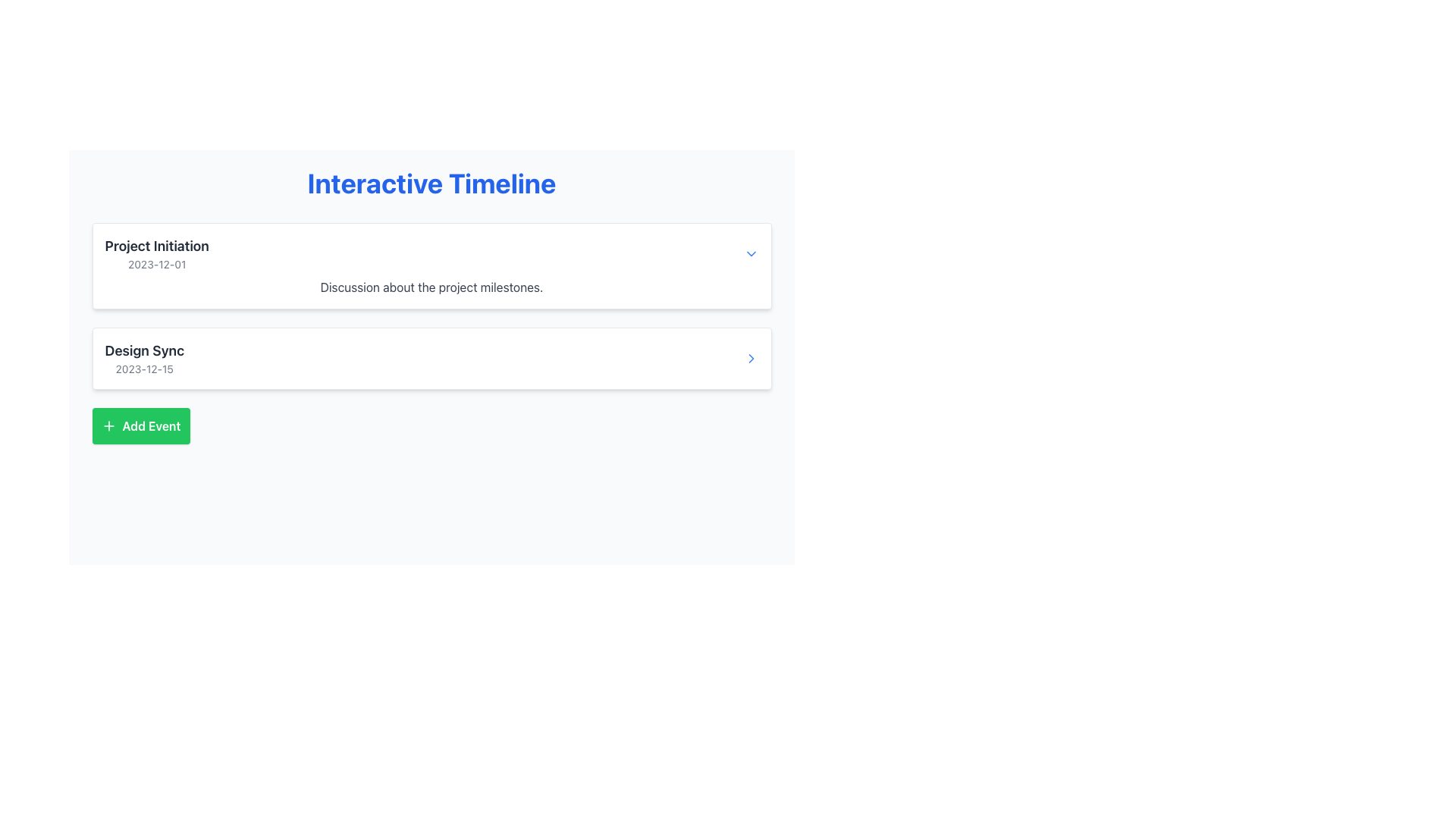 The height and width of the screenshot is (819, 1456). I want to click on the SVG icon used for navigation within the 'Design Sync' expandable item in the timeline interface, so click(751, 359).